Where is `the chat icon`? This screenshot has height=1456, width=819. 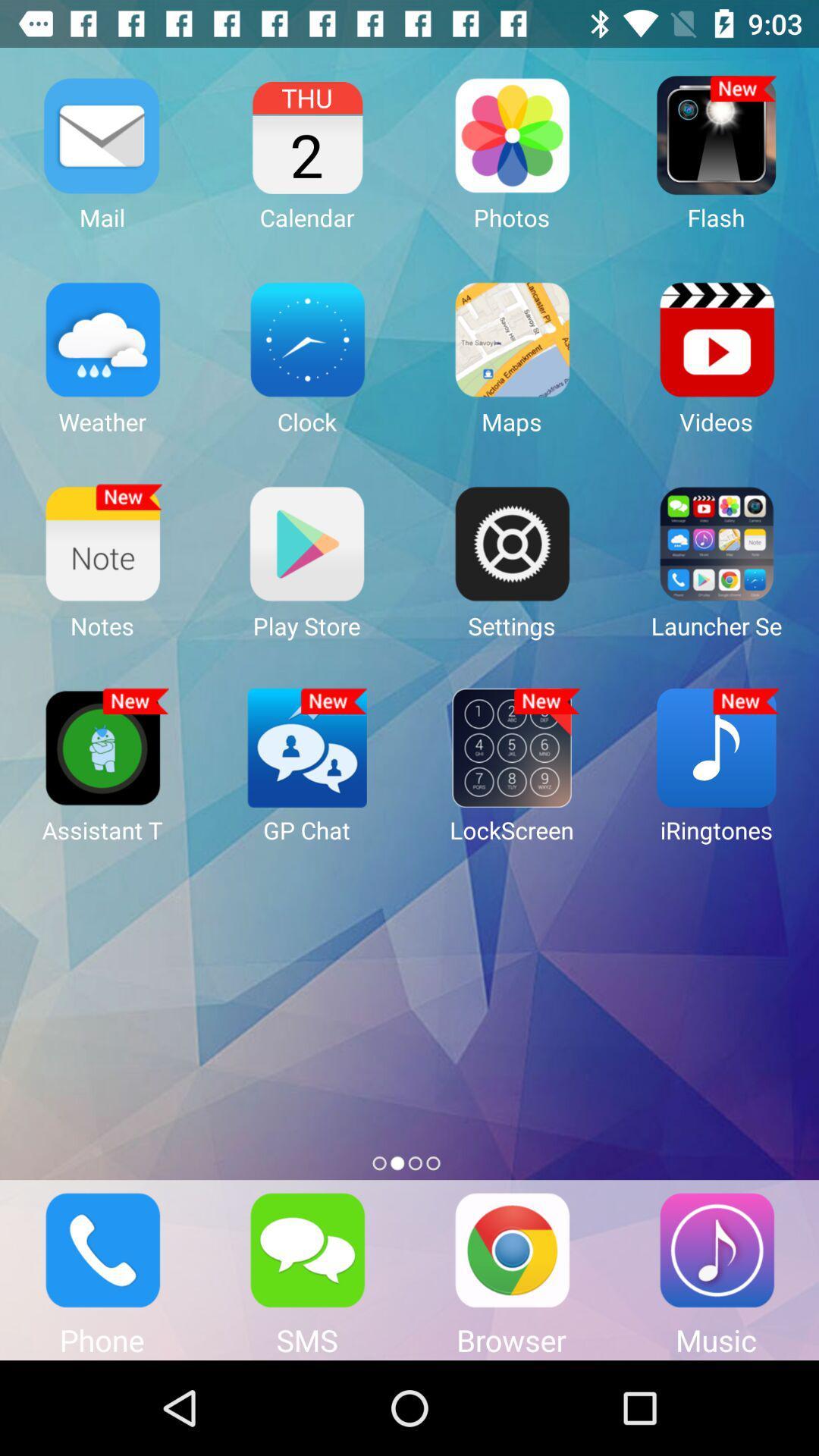
the chat icon is located at coordinates (307, 1250).